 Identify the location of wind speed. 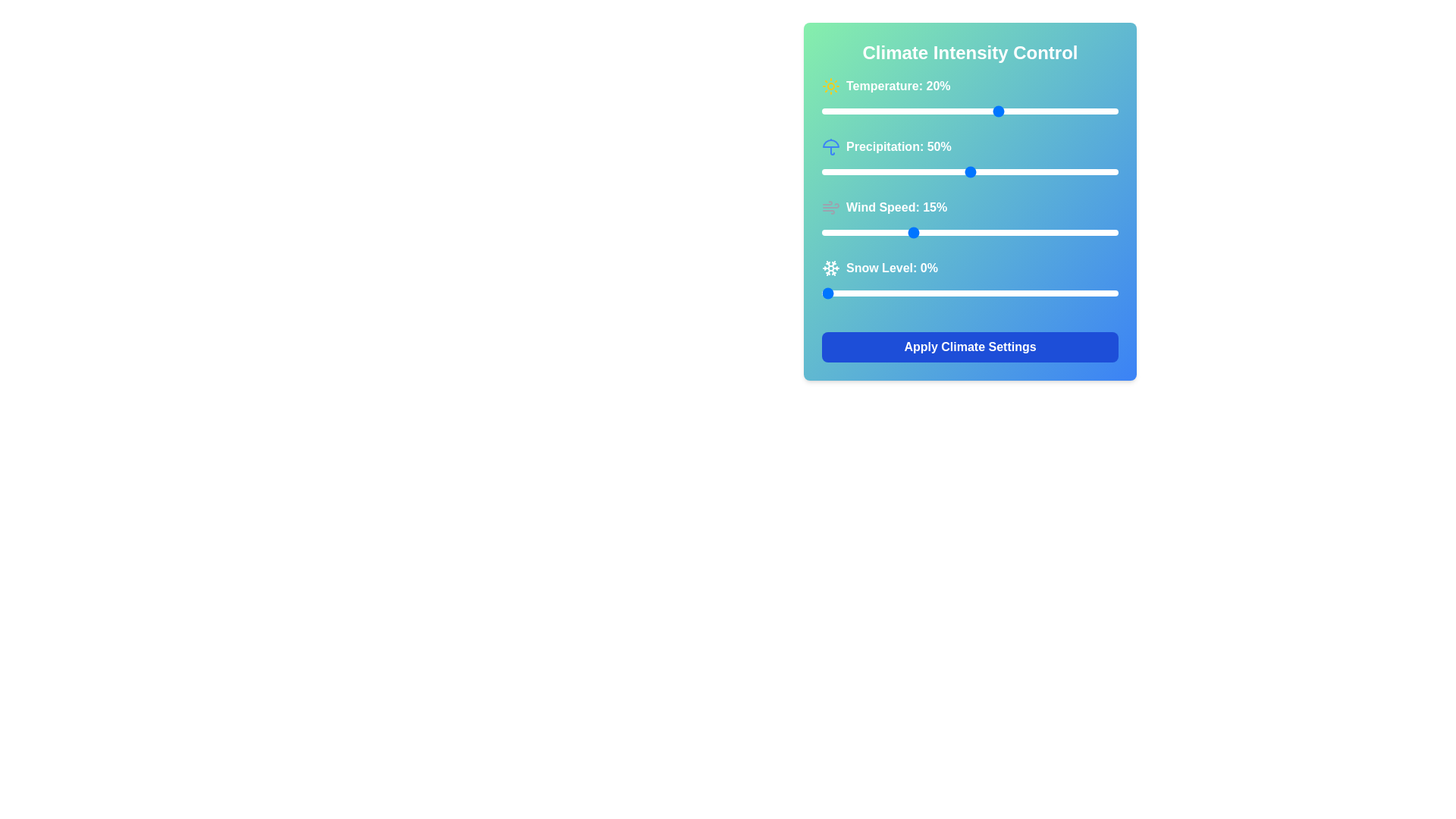
(821, 233).